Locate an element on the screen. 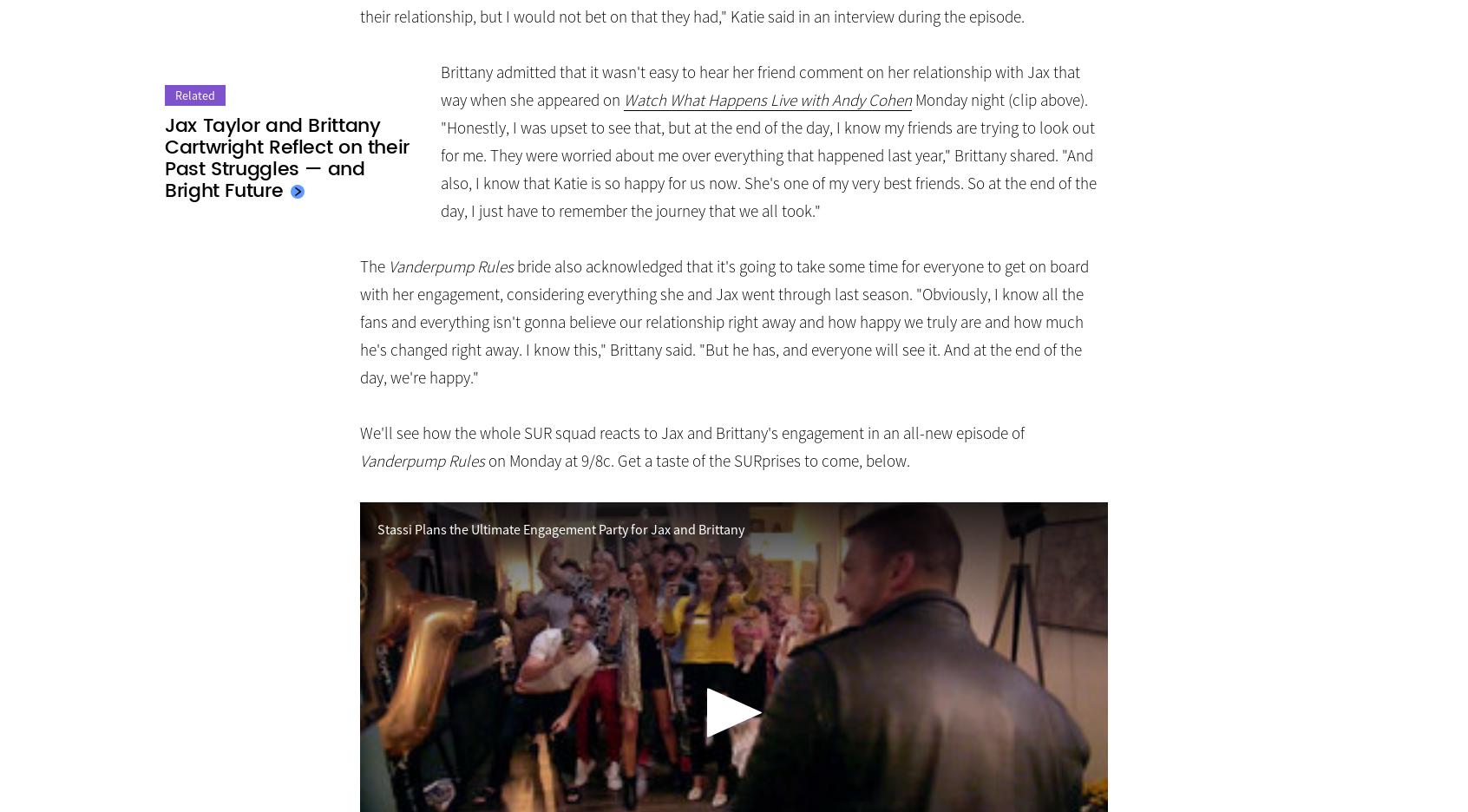 This screenshot has width=1468, height=812. 'Stassi Plans the Ultimate Engagement Party for Jax and Brittany' is located at coordinates (560, 528).